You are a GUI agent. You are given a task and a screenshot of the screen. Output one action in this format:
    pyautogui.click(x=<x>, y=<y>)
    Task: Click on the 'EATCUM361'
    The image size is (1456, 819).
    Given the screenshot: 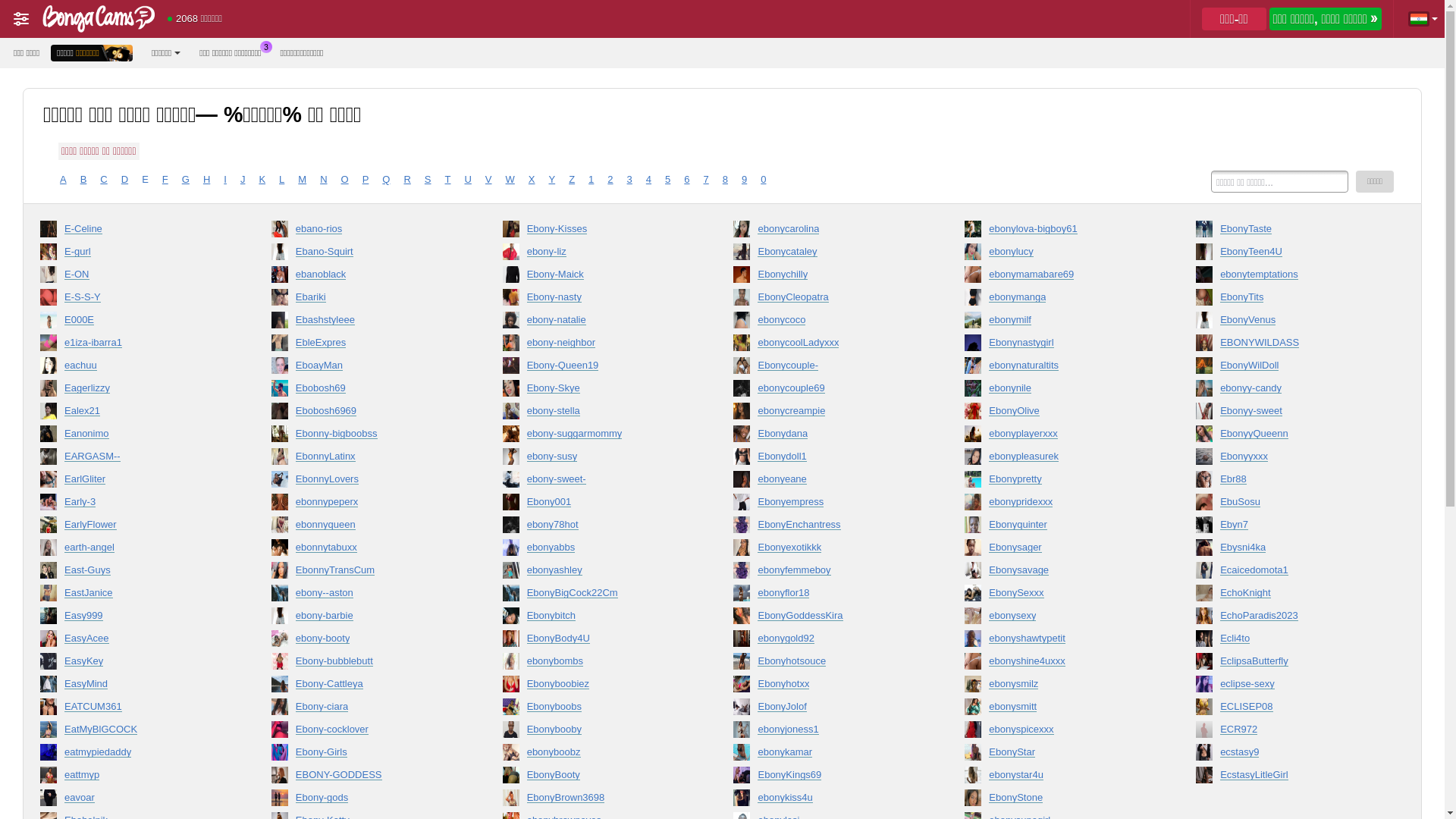 What is the action you would take?
    pyautogui.click(x=39, y=710)
    